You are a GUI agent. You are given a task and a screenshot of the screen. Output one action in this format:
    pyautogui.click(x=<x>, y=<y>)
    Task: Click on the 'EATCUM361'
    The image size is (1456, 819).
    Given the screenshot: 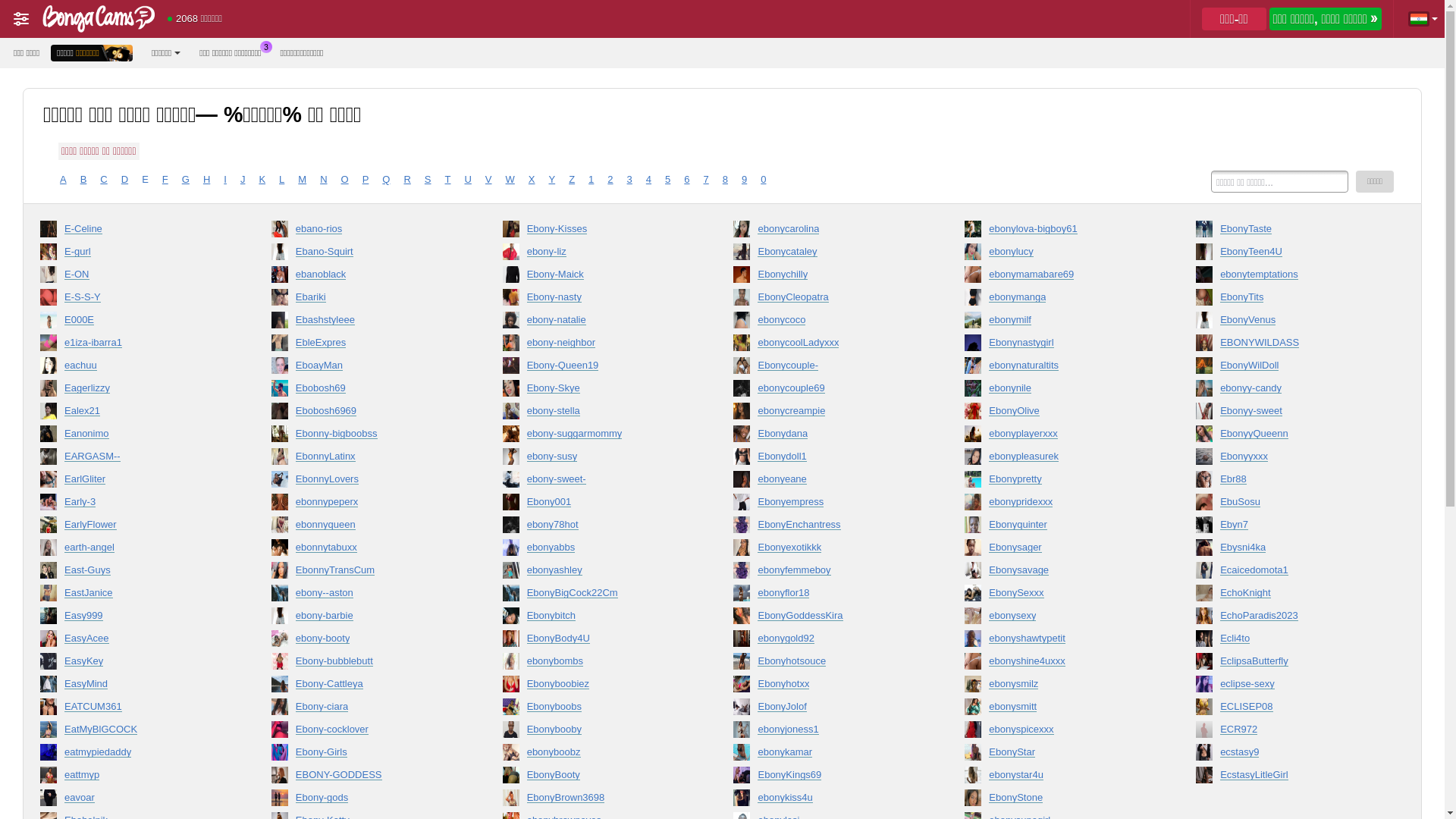 What is the action you would take?
    pyautogui.click(x=39, y=710)
    